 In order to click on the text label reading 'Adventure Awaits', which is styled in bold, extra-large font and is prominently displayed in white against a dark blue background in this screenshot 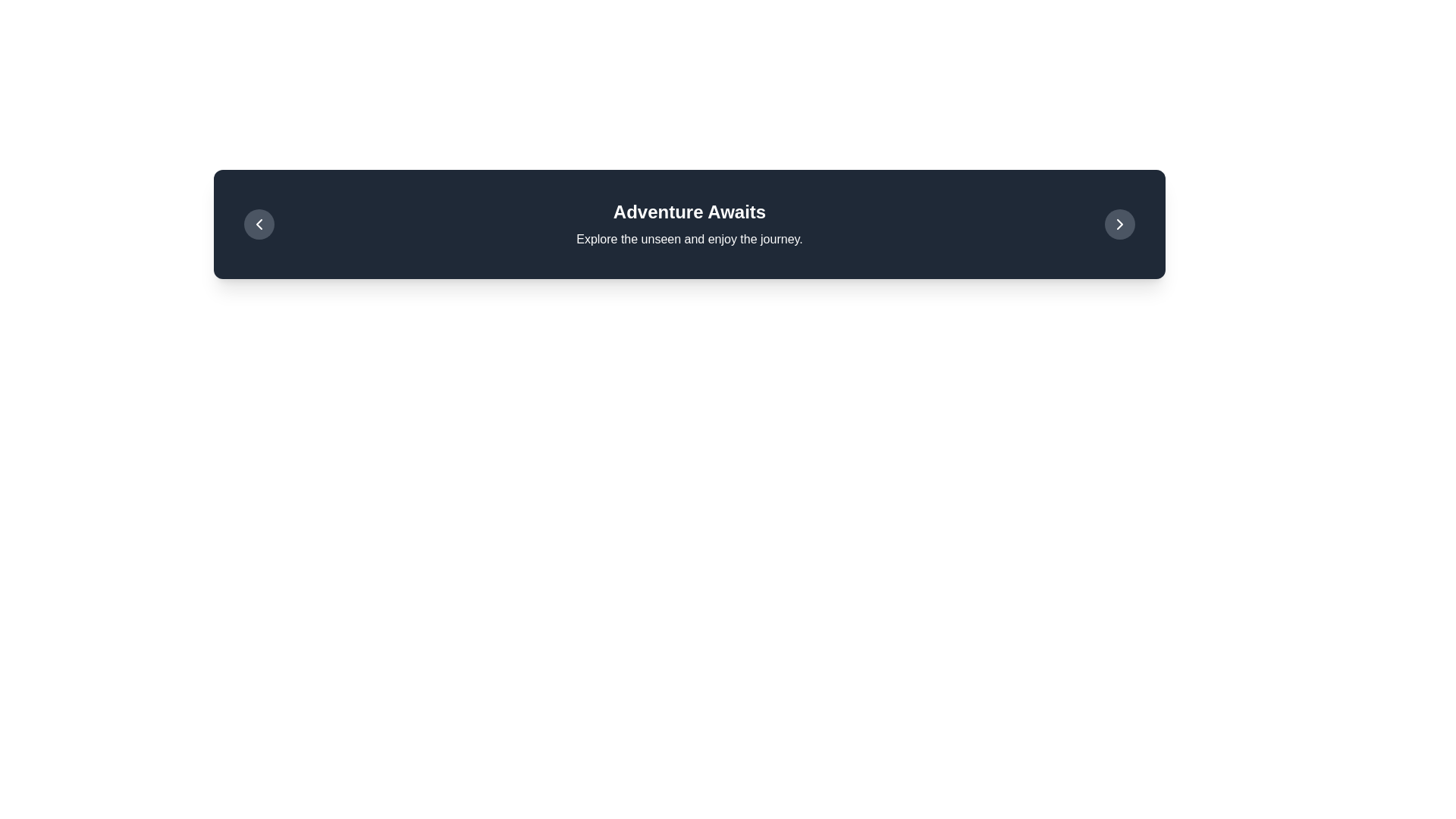, I will do `click(689, 212)`.